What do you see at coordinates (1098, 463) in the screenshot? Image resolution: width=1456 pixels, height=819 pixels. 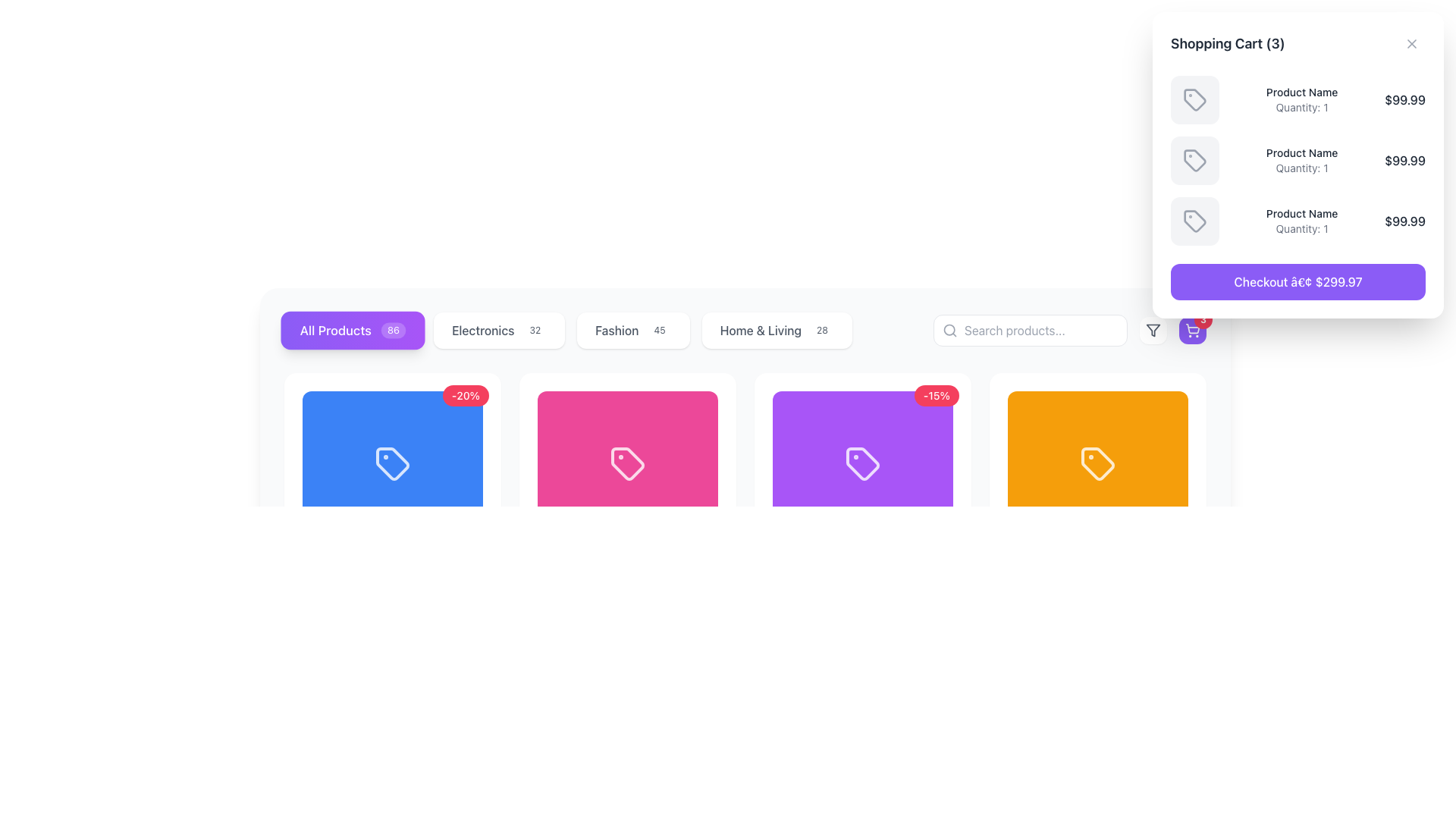 I see `the tag-like icon with a geometric shape outlined in white and a small filled circle near its center, located in the second row of product displays on the far-right side` at bounding box center [1098, 463].